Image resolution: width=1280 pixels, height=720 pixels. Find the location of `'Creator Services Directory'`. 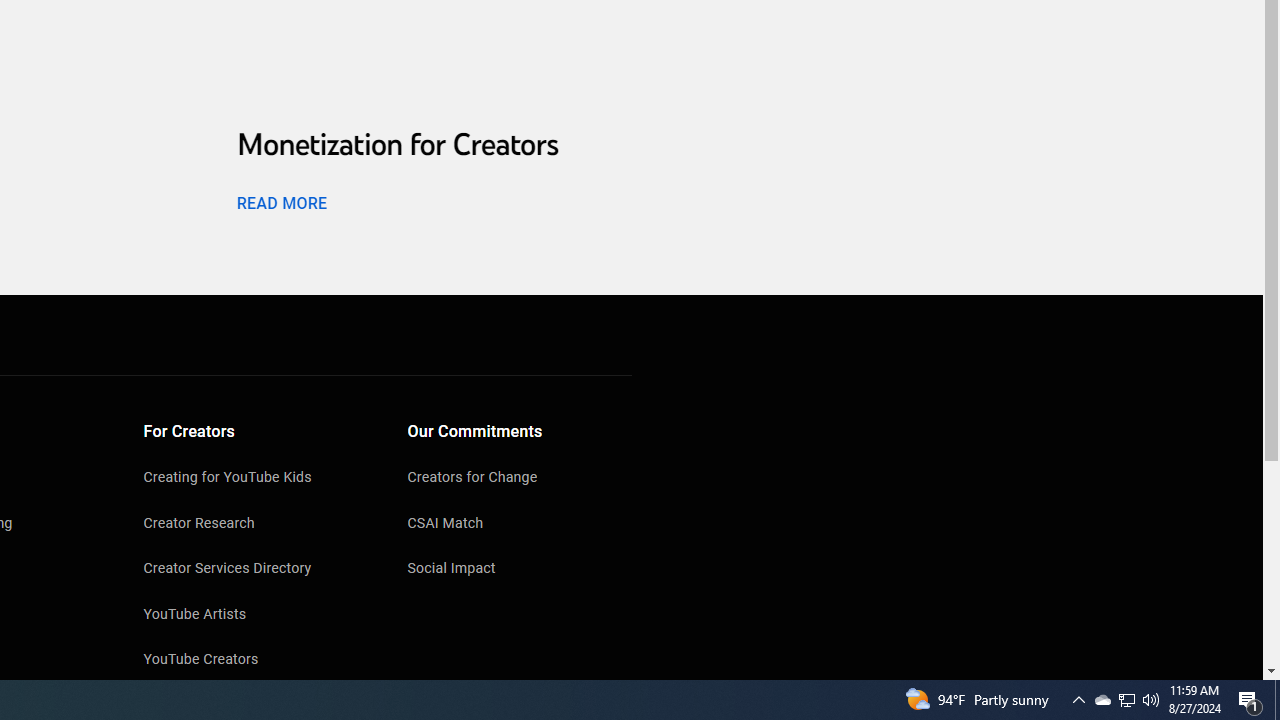

'Creator Services Directory' is located at coordinates (255, 570).